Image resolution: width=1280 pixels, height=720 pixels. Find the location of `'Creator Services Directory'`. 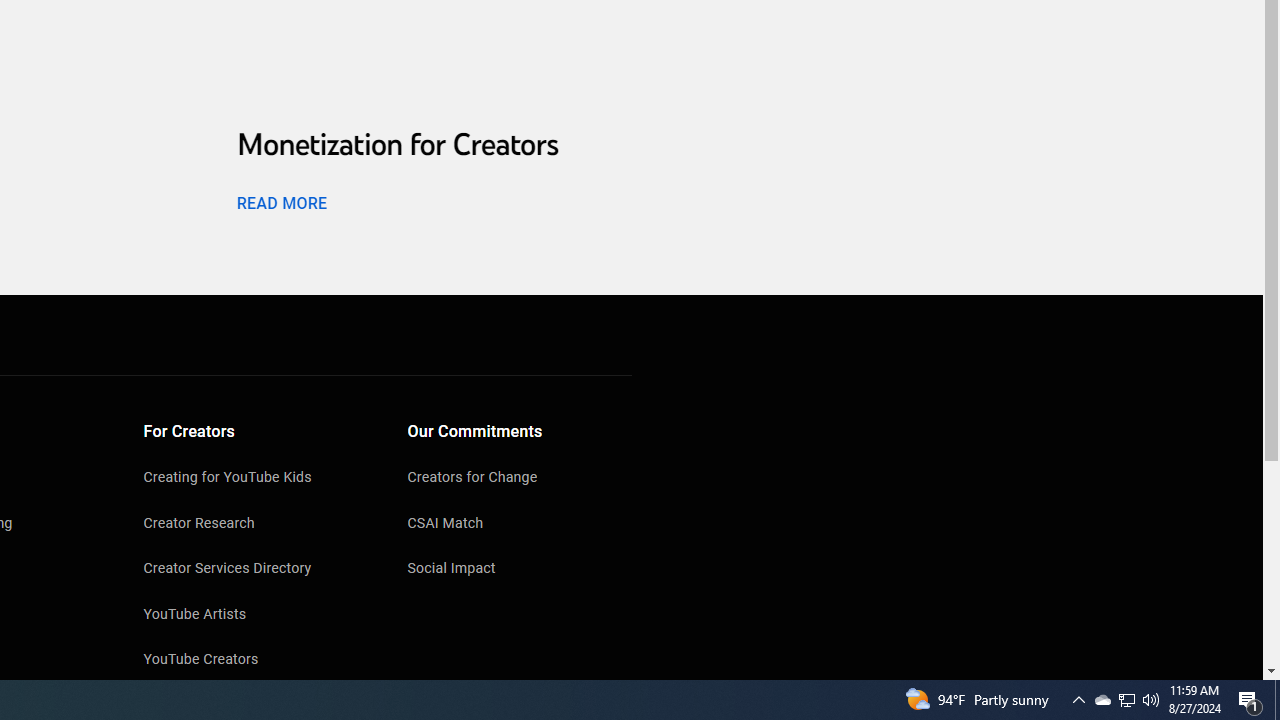

'Creator Services Directory' is located at coordinates (255, 570).